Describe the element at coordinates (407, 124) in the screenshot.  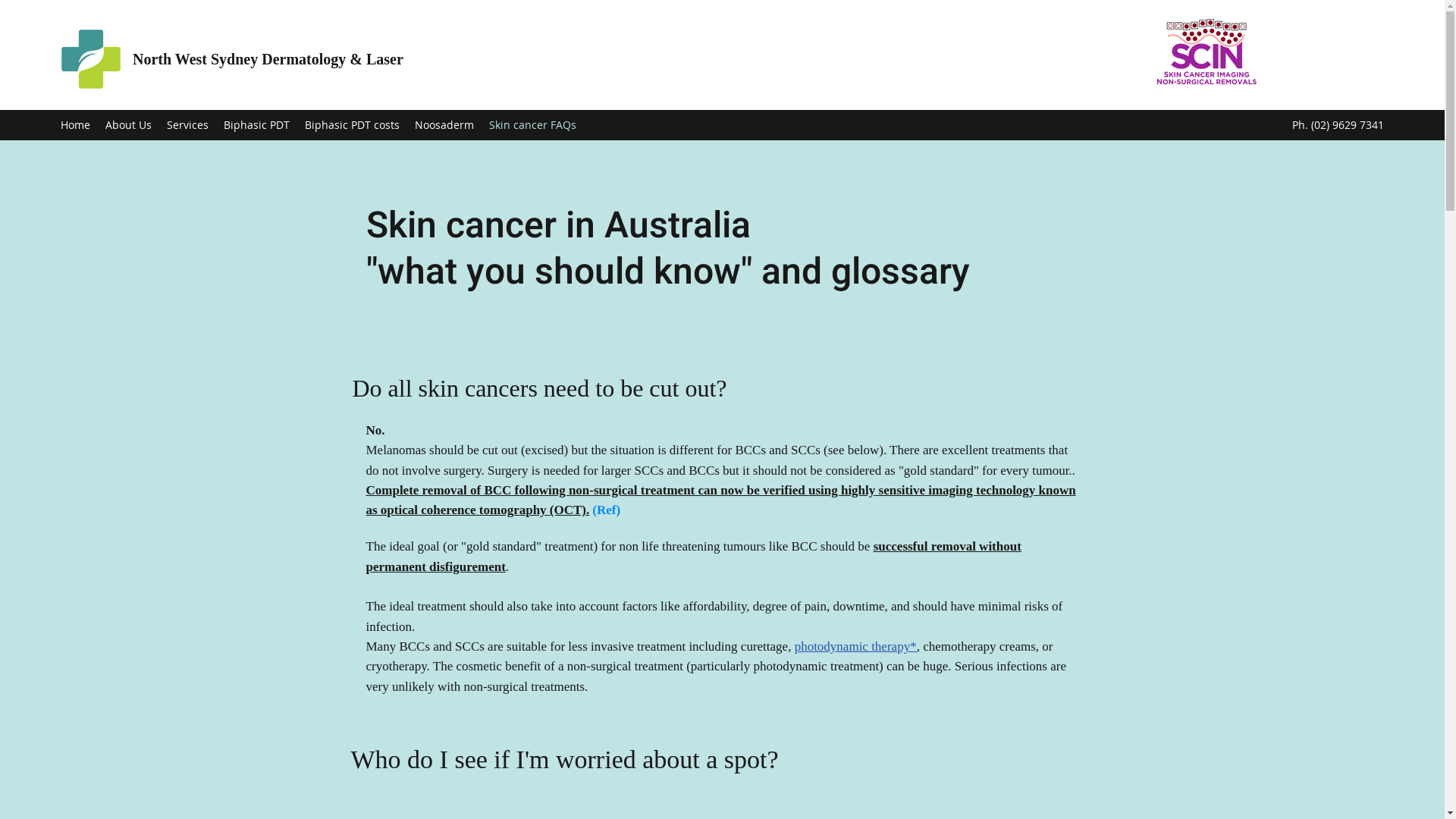
I see `'Noosaderm'` at that location.